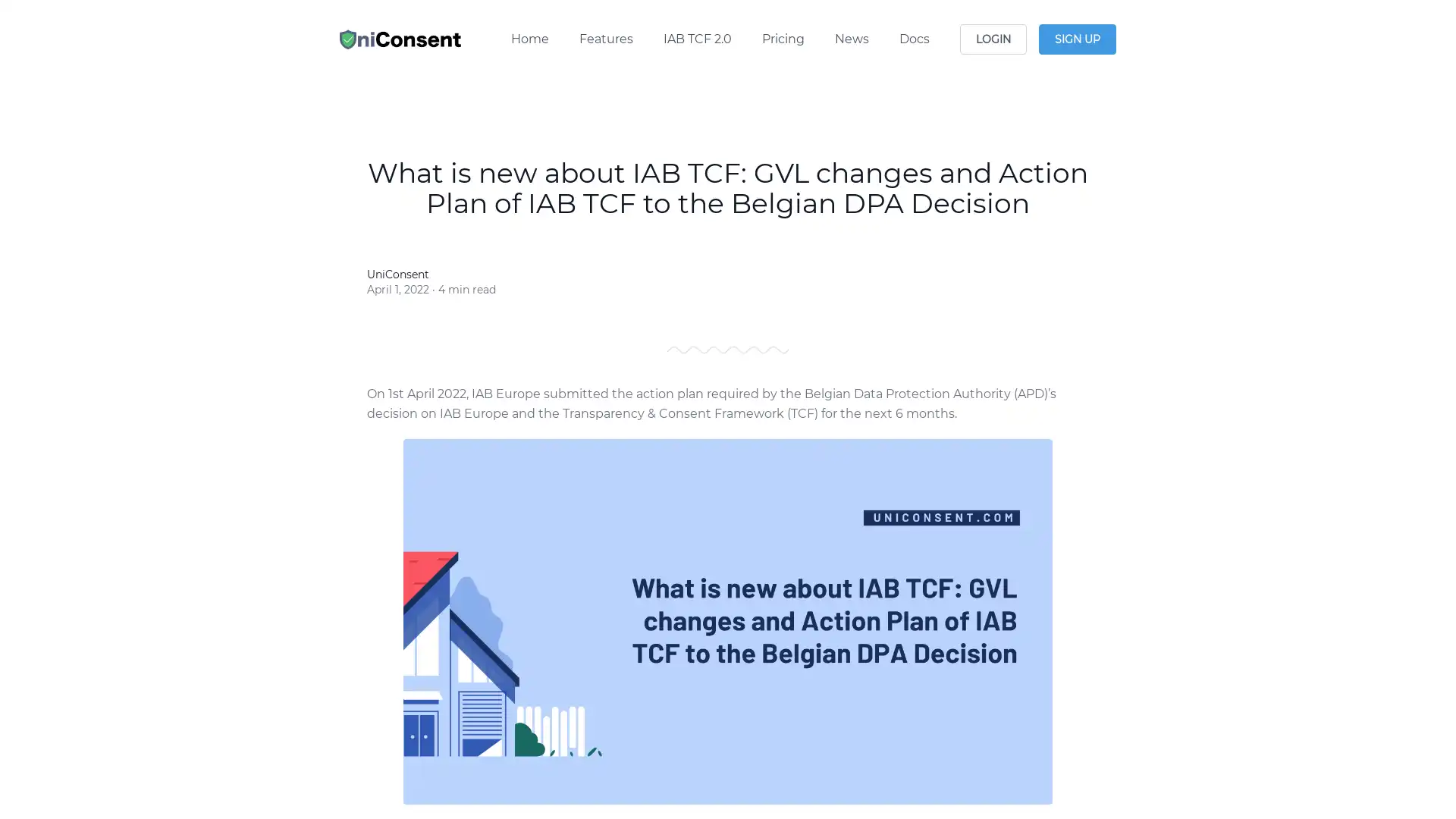 The height and width of the screenshot is (819, 1456). I want to click on Reject All, so click(213, 791).